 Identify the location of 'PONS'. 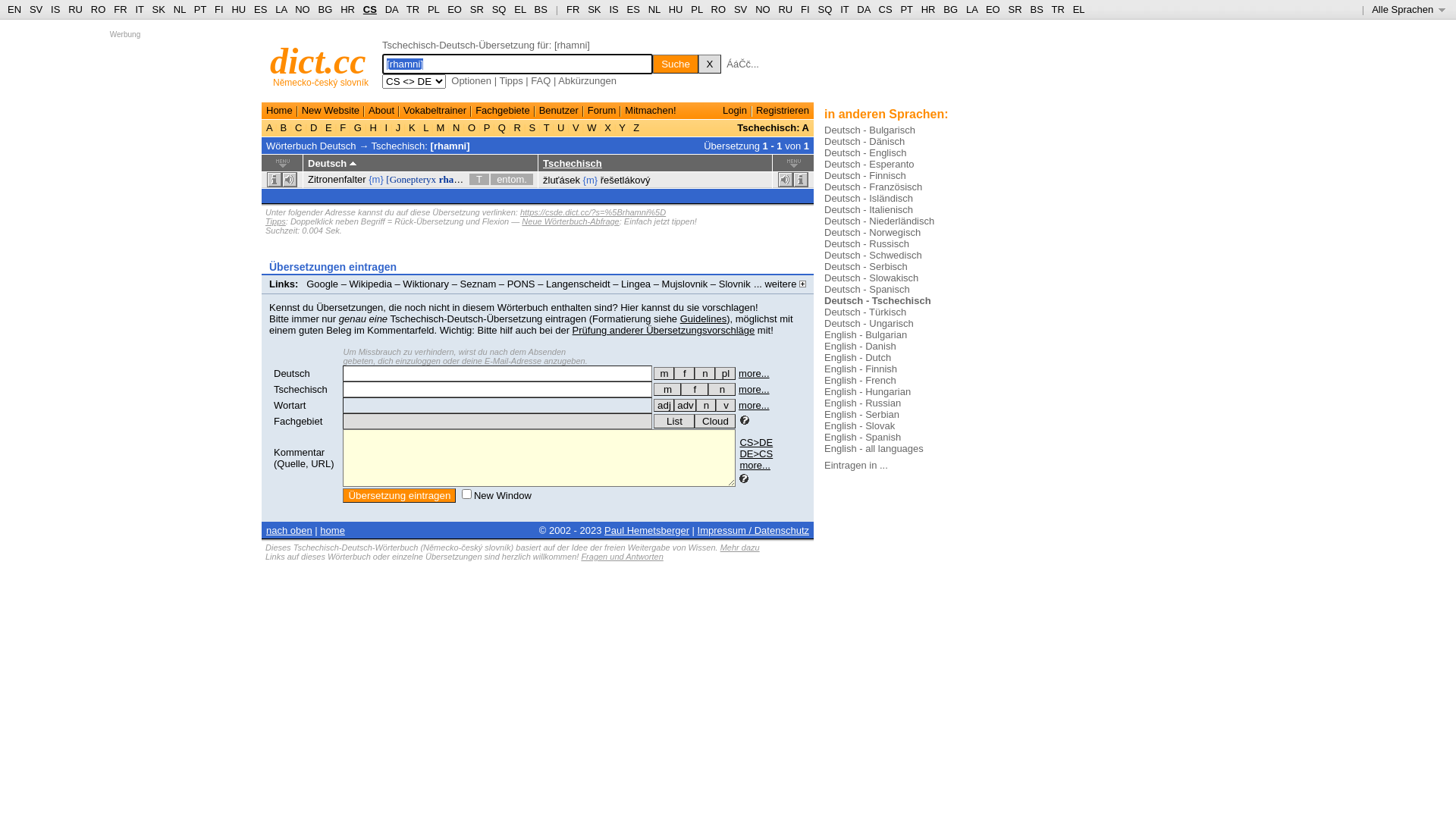
(521, 284).